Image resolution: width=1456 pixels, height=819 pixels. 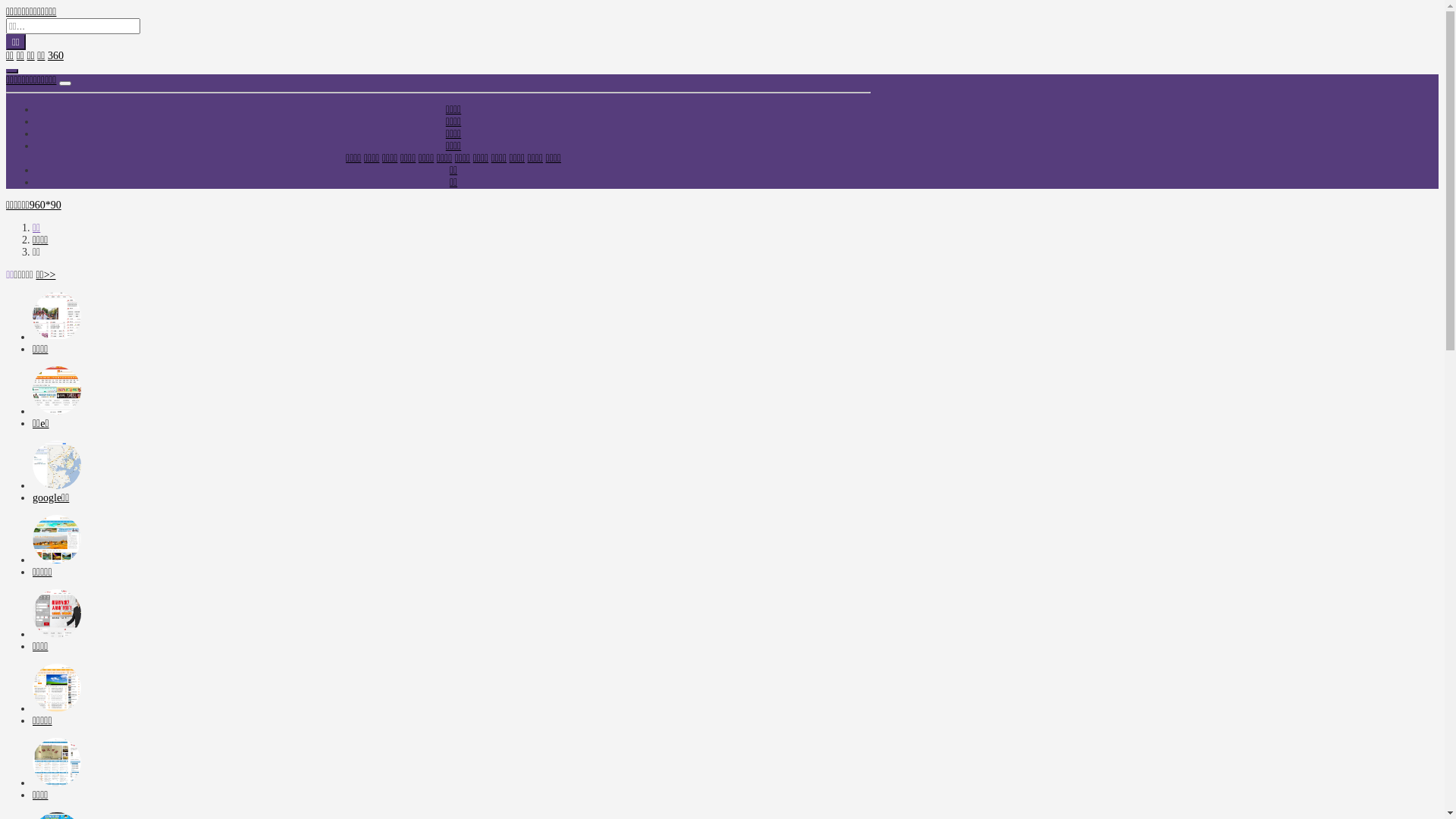 What do you see at coordinates (55, 55) in the screenshot?
I see `'360'` at bounding box center [55, 55].